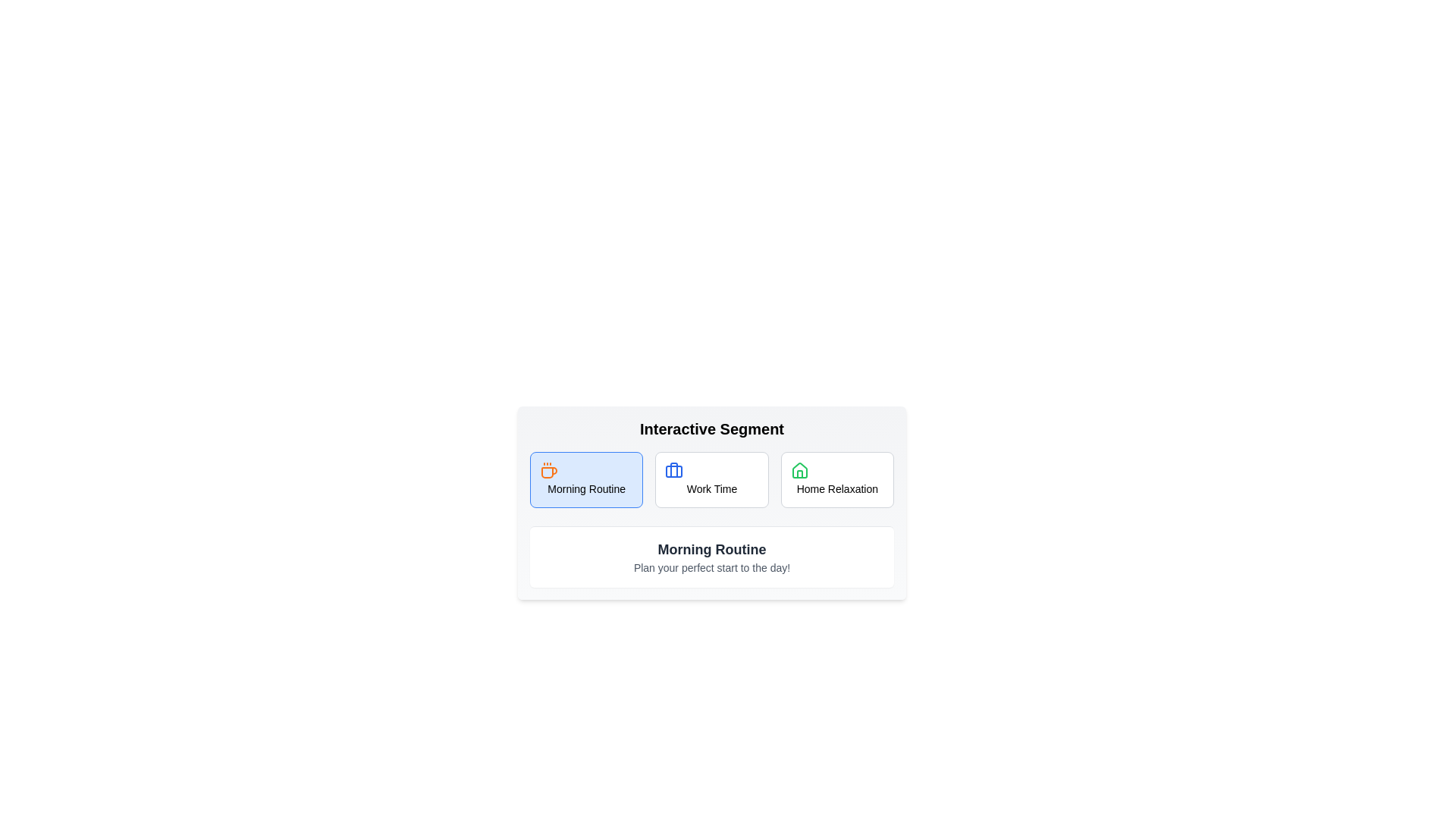  What do you see at coordinates (585, 479) in the screenshot?
I see `the 'Morning Routine' button to confirm selection and navigate to the corresponding section` at bounding box center [585, 479].